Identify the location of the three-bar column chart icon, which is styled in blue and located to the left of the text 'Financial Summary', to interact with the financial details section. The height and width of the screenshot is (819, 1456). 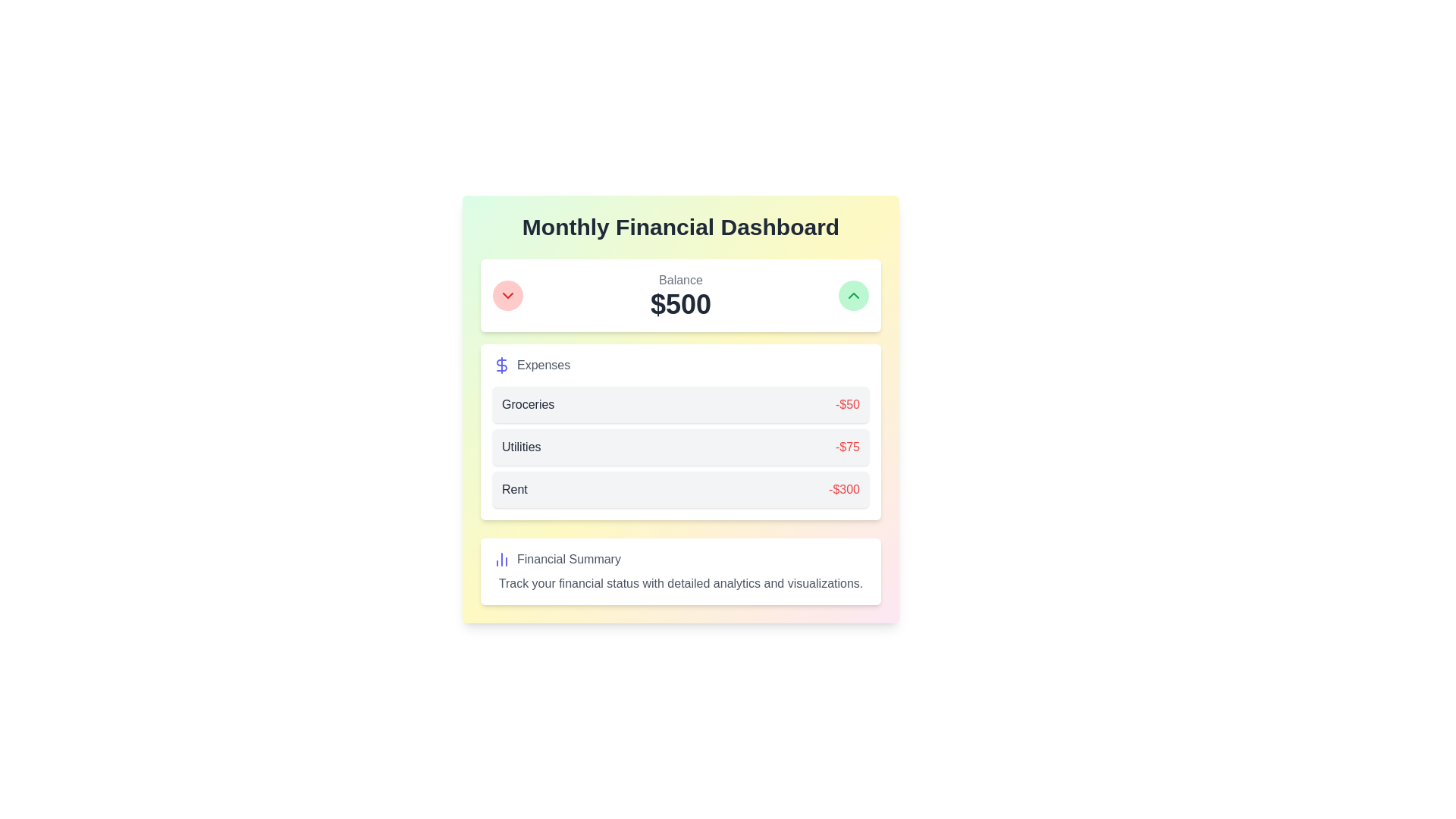
(502, 559).